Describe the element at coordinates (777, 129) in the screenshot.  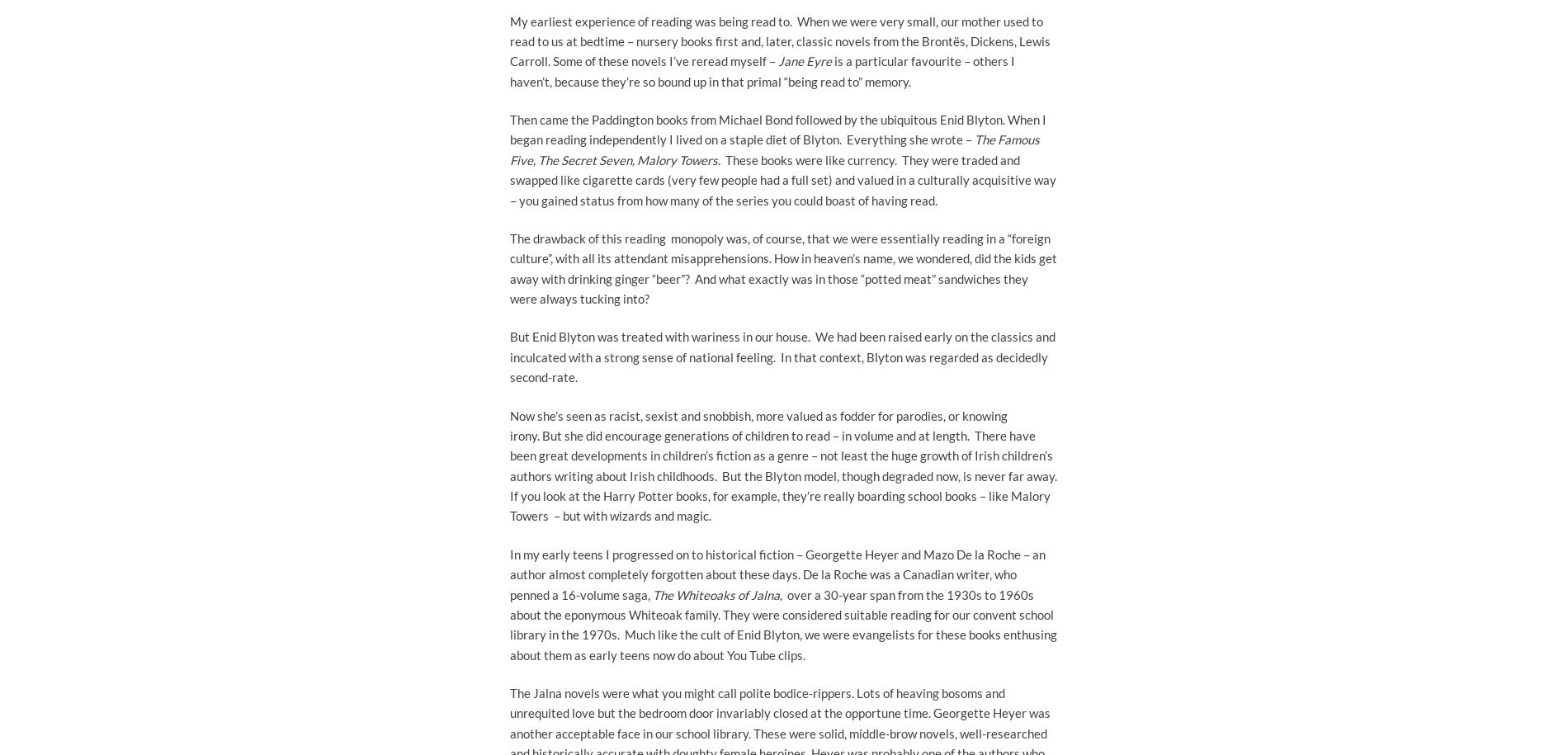
I see `'Then came the Paddington books from Michael Bond followed by the ubiquitous Enid Blyton. When I began reading independently I lived on a staple diet of Blyton.  Everything she wrote –'` at that location.